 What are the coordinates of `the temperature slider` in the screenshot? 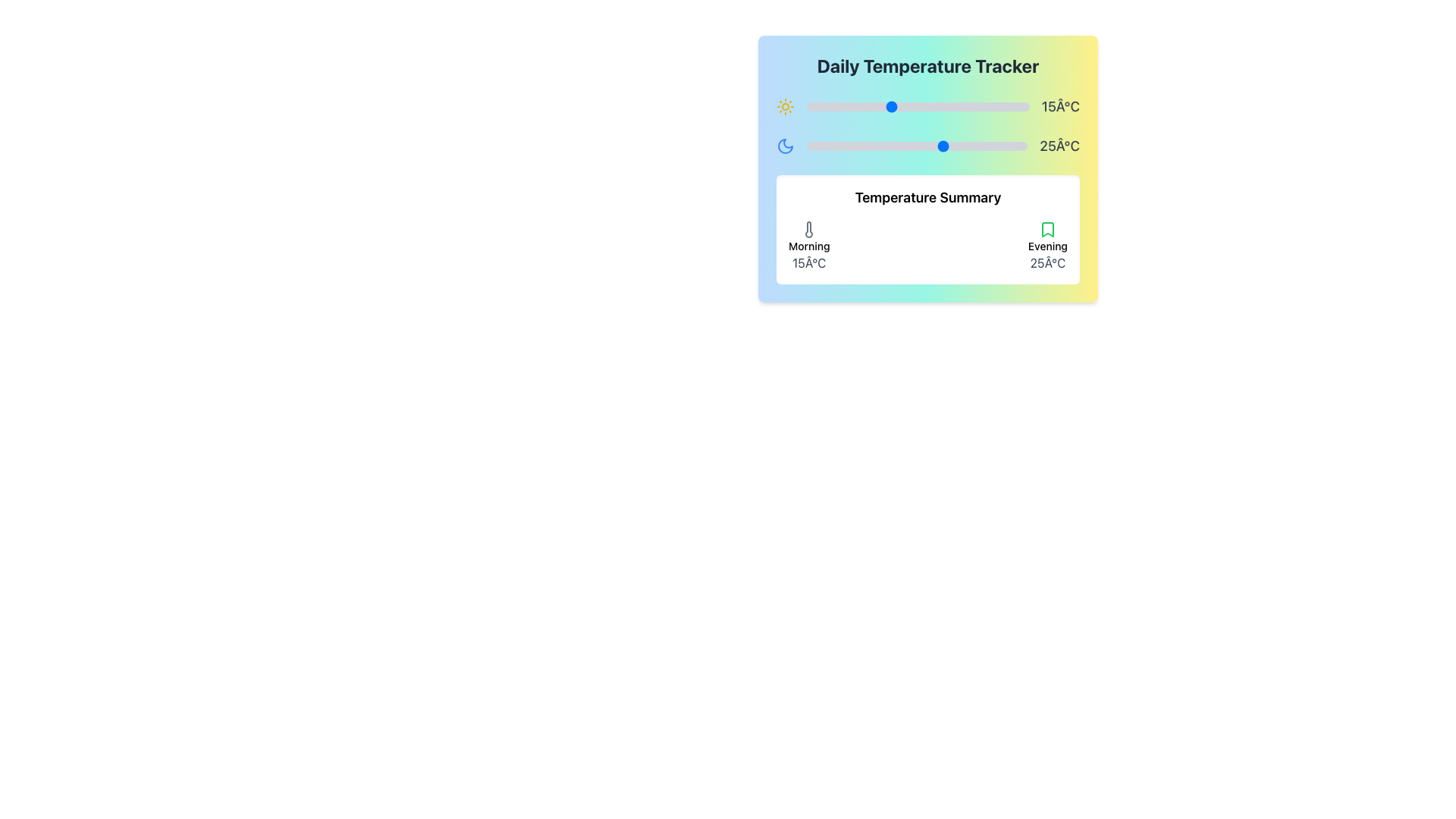 It's located at (940, 106).